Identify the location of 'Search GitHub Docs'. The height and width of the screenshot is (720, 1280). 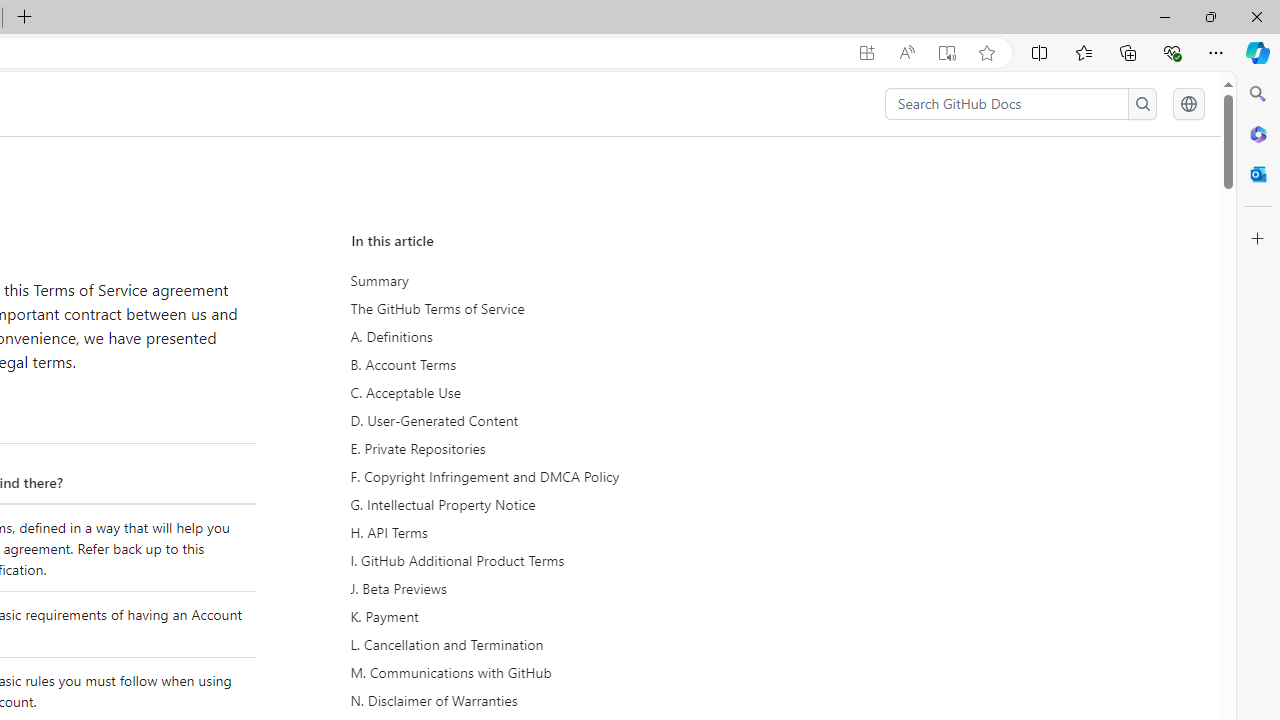
(1007, 104).